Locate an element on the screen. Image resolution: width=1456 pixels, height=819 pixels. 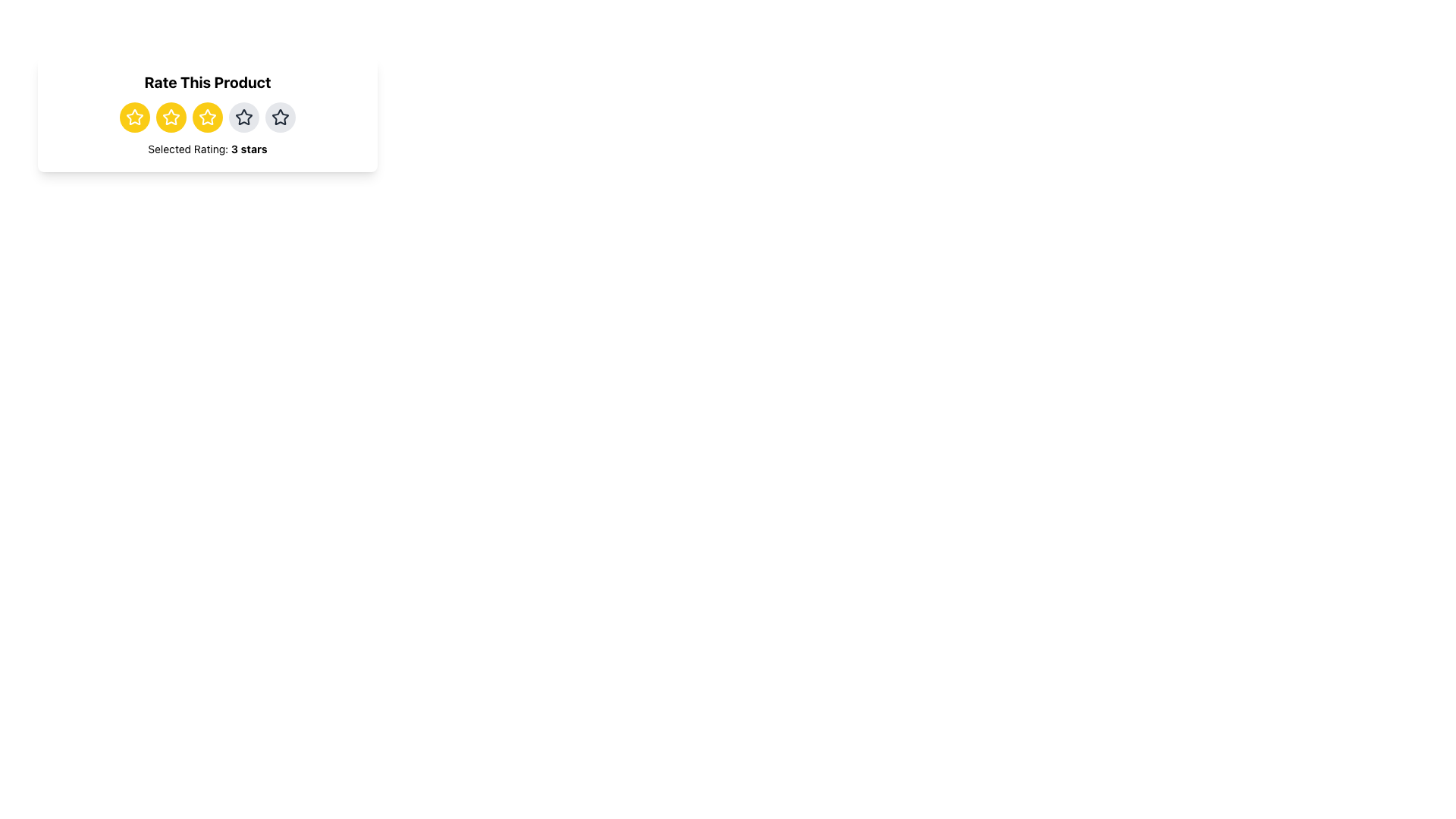
the yellow circular button with a white star icon centered in it is located at coordinates (134, 116).